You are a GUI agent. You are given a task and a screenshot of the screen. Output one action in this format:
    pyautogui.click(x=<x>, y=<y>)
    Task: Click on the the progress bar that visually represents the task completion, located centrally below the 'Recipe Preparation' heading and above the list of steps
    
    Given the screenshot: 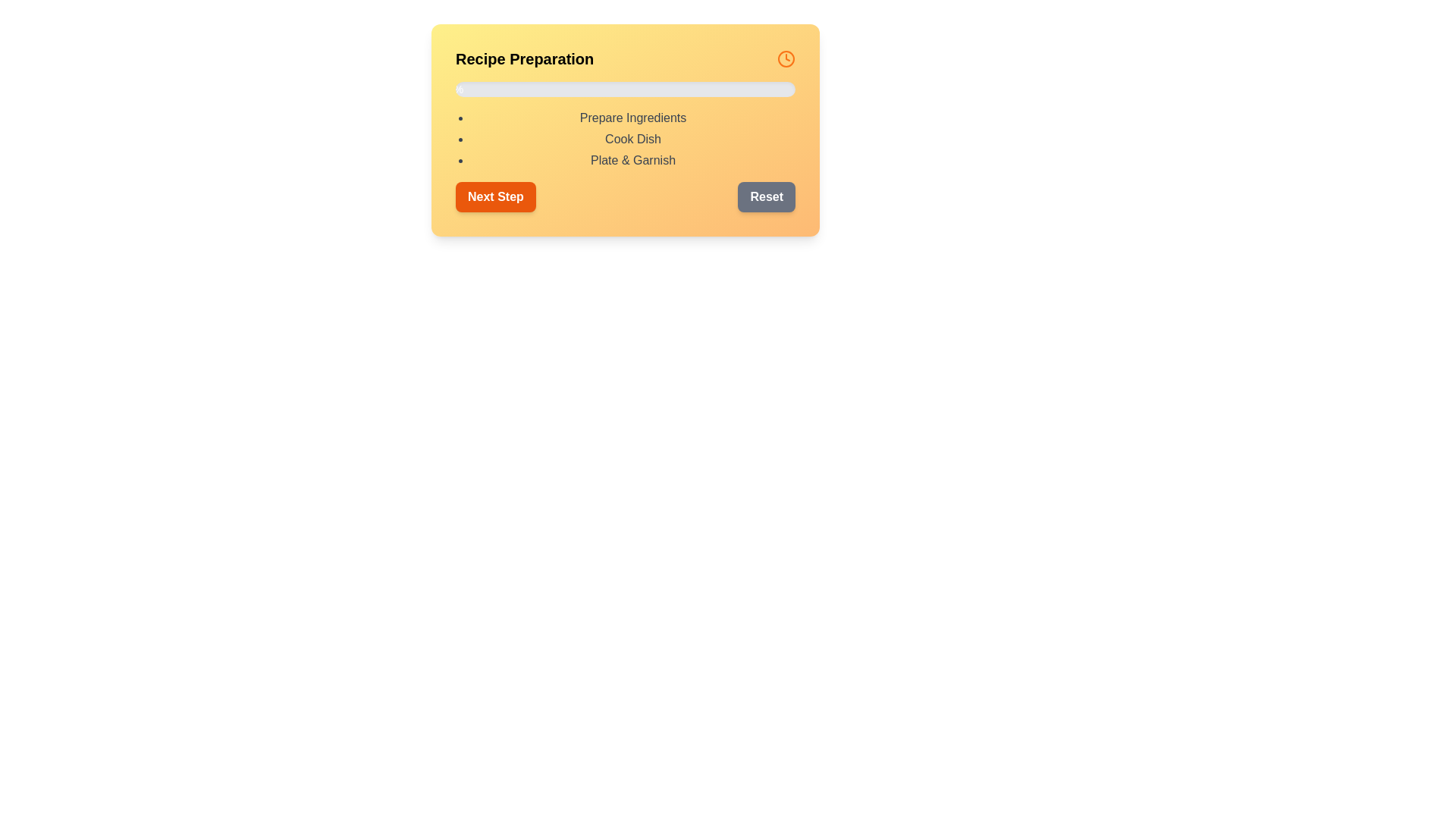 What is the action you would take?
    pyautogui.click(x=626, y=89)
    